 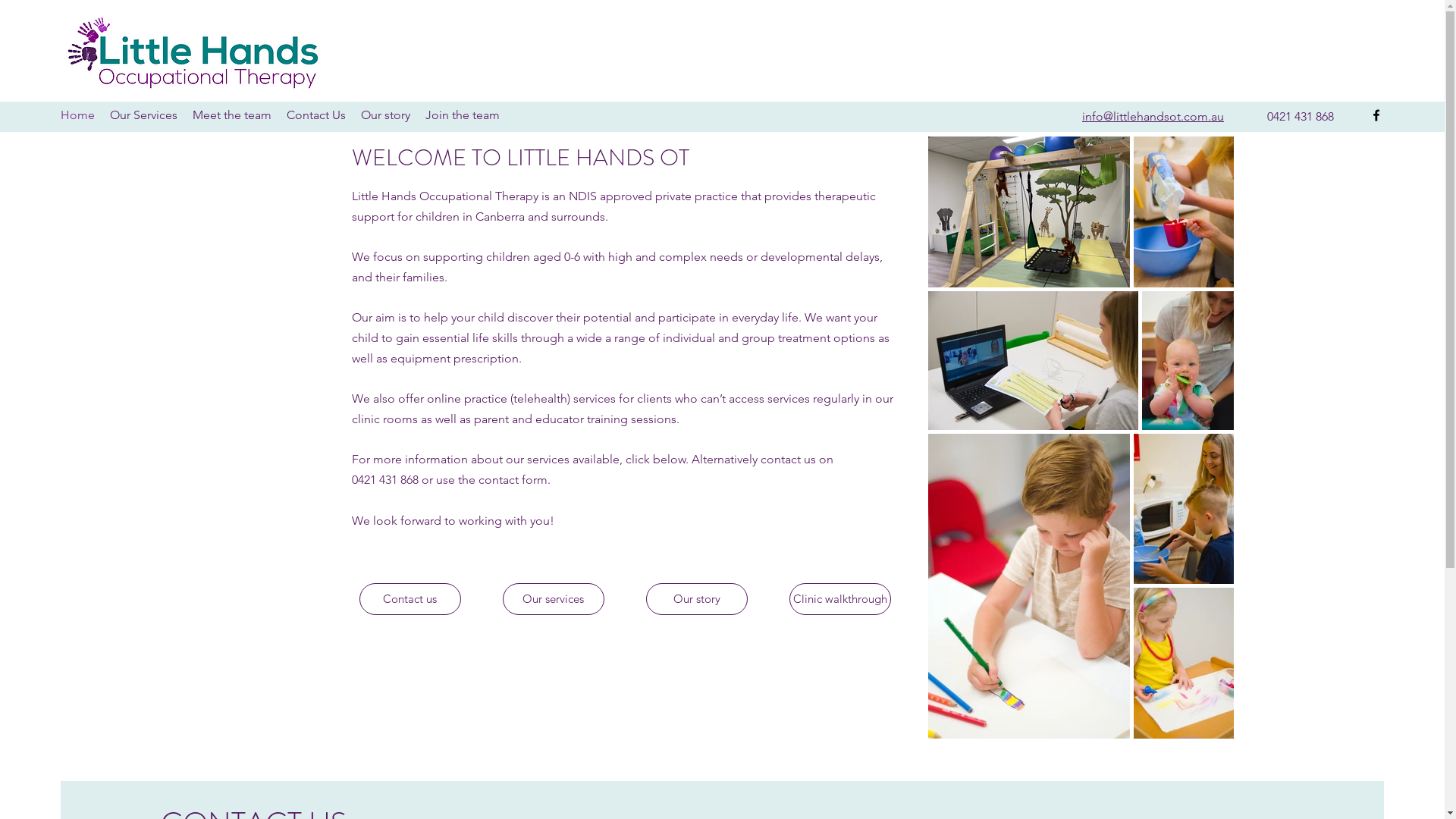 What do you see at coordinates (231, 114) in the screenshot?
I see `'Meet the team'` at bounding box center [231, 114].